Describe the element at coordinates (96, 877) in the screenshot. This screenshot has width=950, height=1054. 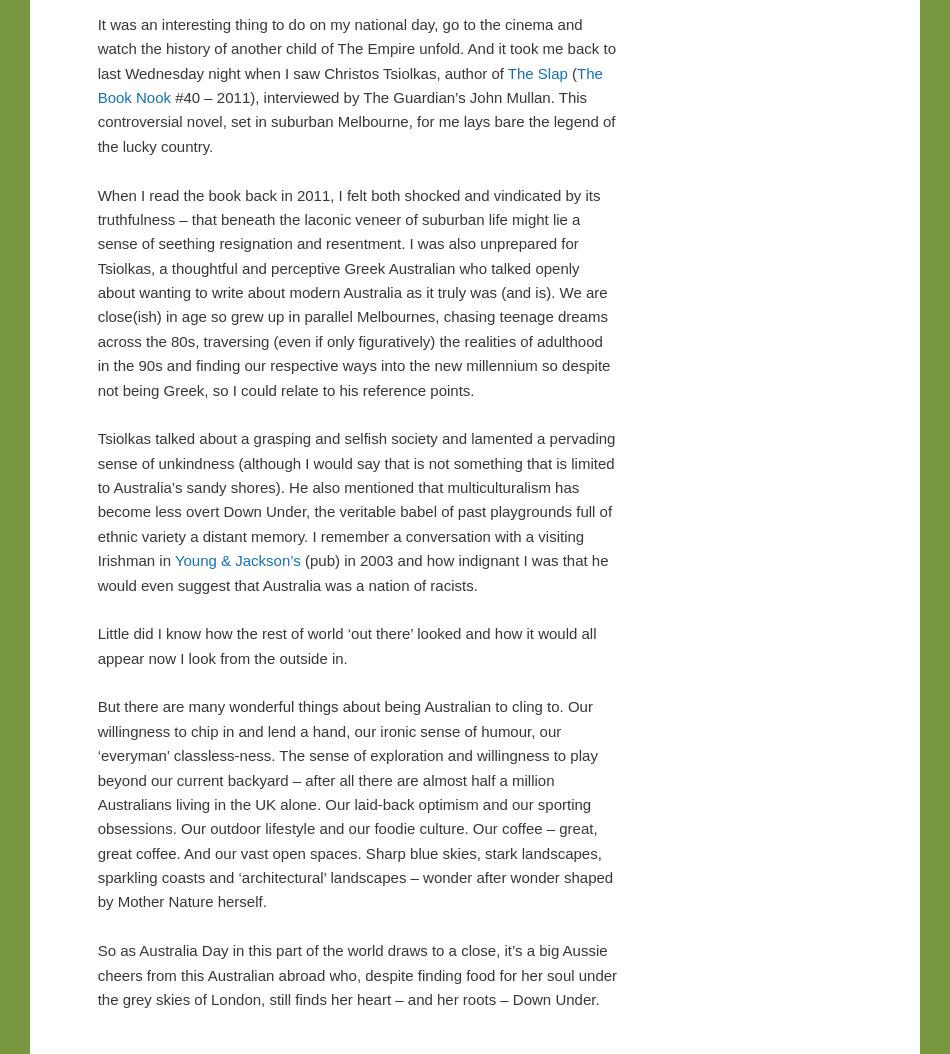
I see `'And our vast open spaces. Sharp blue skies, stark landscapes, sparkling coasts and ‘architectural’ landscapes – wonder after wonder shaped by Mother Nature herself.'` at that location.